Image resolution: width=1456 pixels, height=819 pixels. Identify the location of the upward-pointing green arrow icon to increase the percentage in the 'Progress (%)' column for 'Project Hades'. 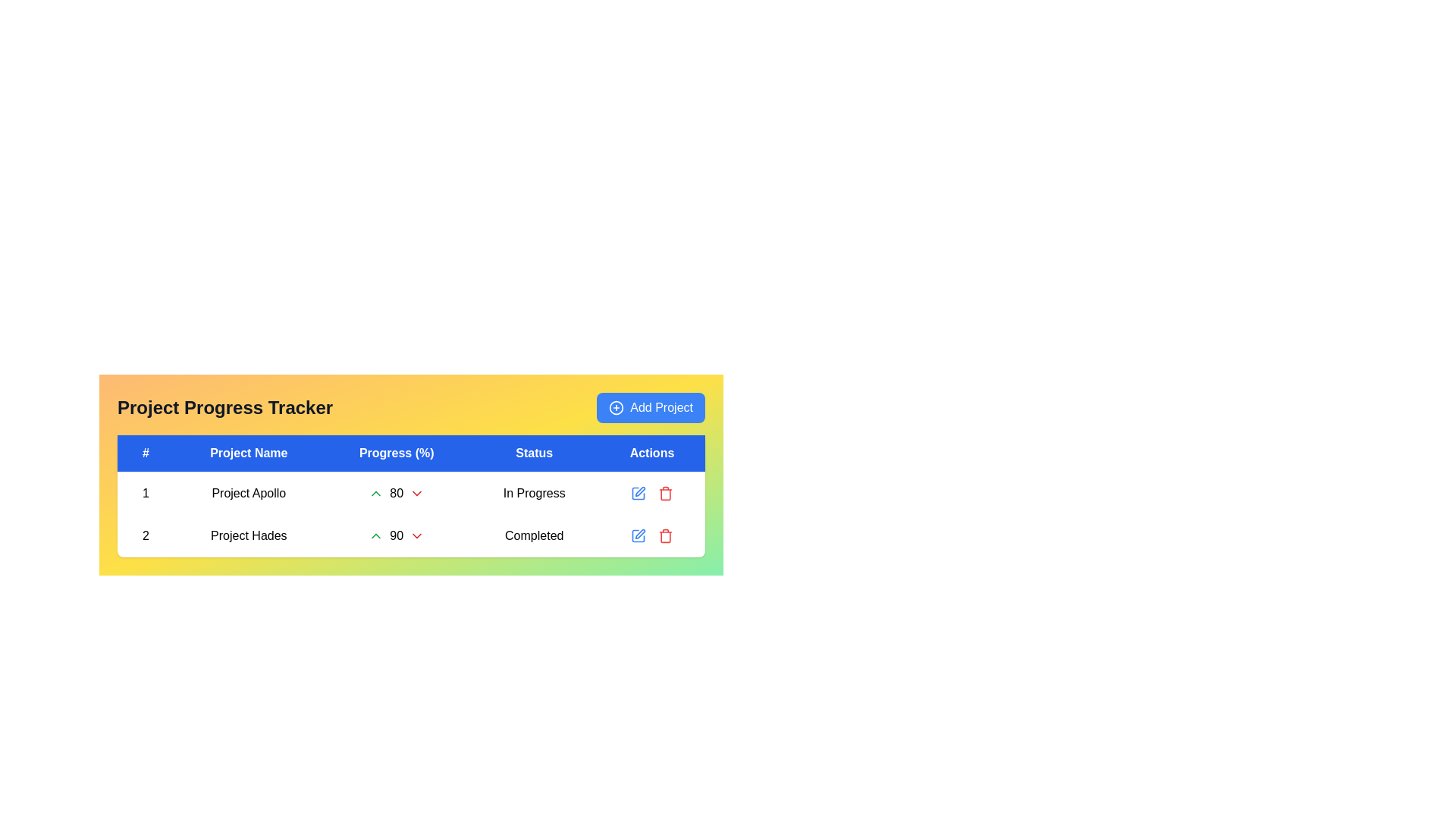
(397, 535).